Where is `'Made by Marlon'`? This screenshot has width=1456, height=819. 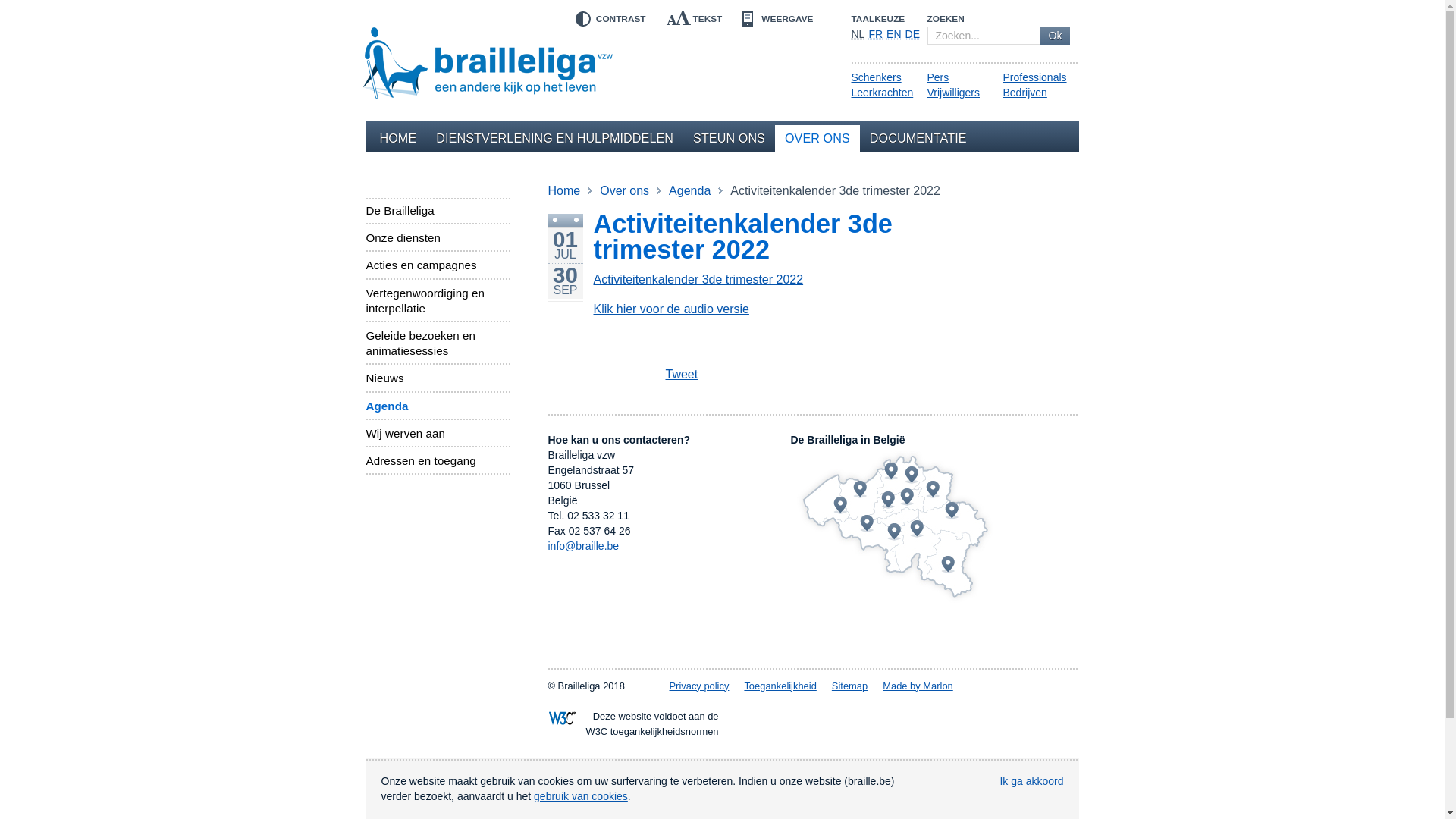 'Made by Marlon' is located at coordinates (917, 686).